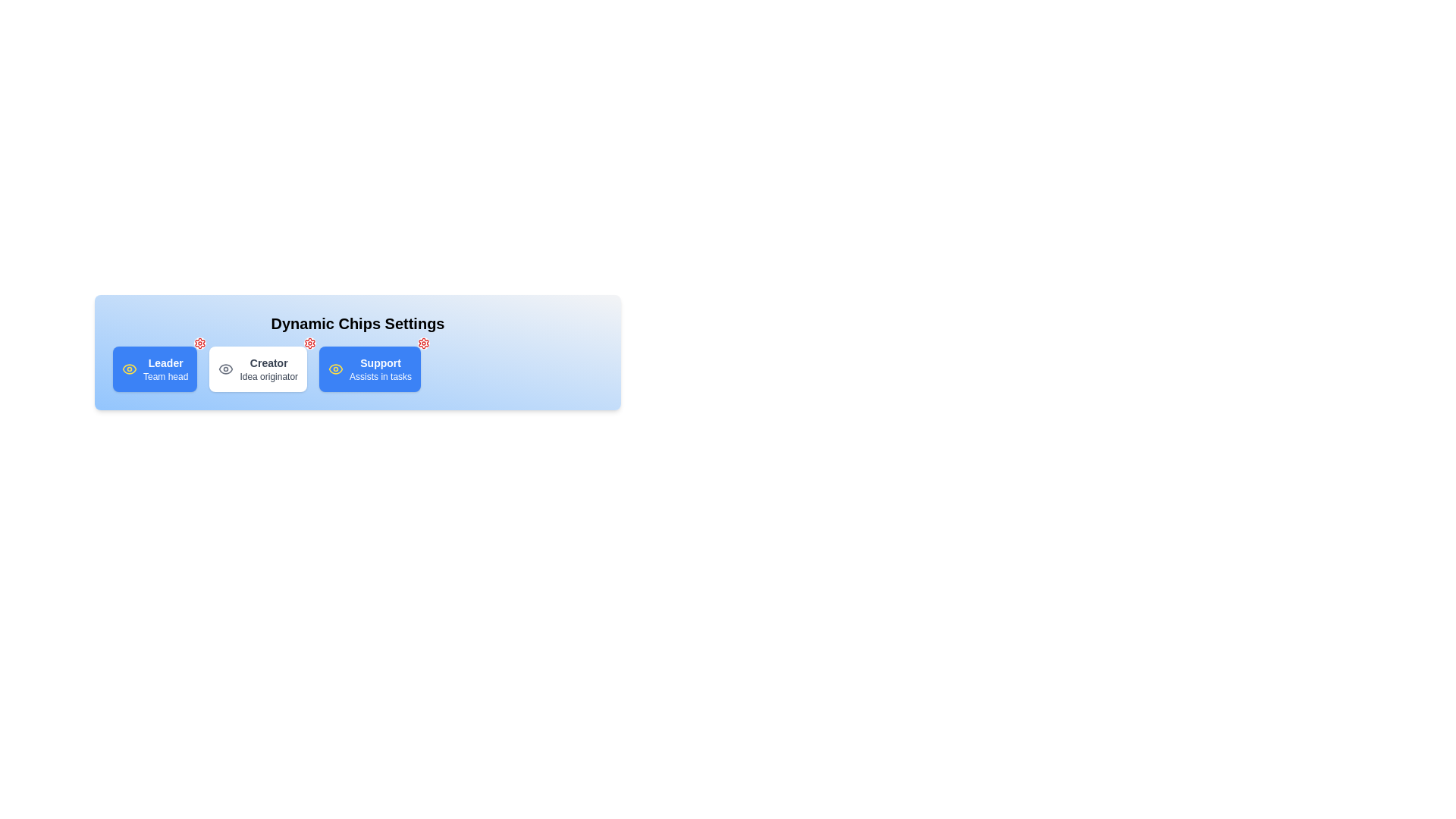  What do you see at coordinates (424, 343) in the screenshot?
I see `the settings icon for the chip labeled Support` at bounding box center [424, 343].